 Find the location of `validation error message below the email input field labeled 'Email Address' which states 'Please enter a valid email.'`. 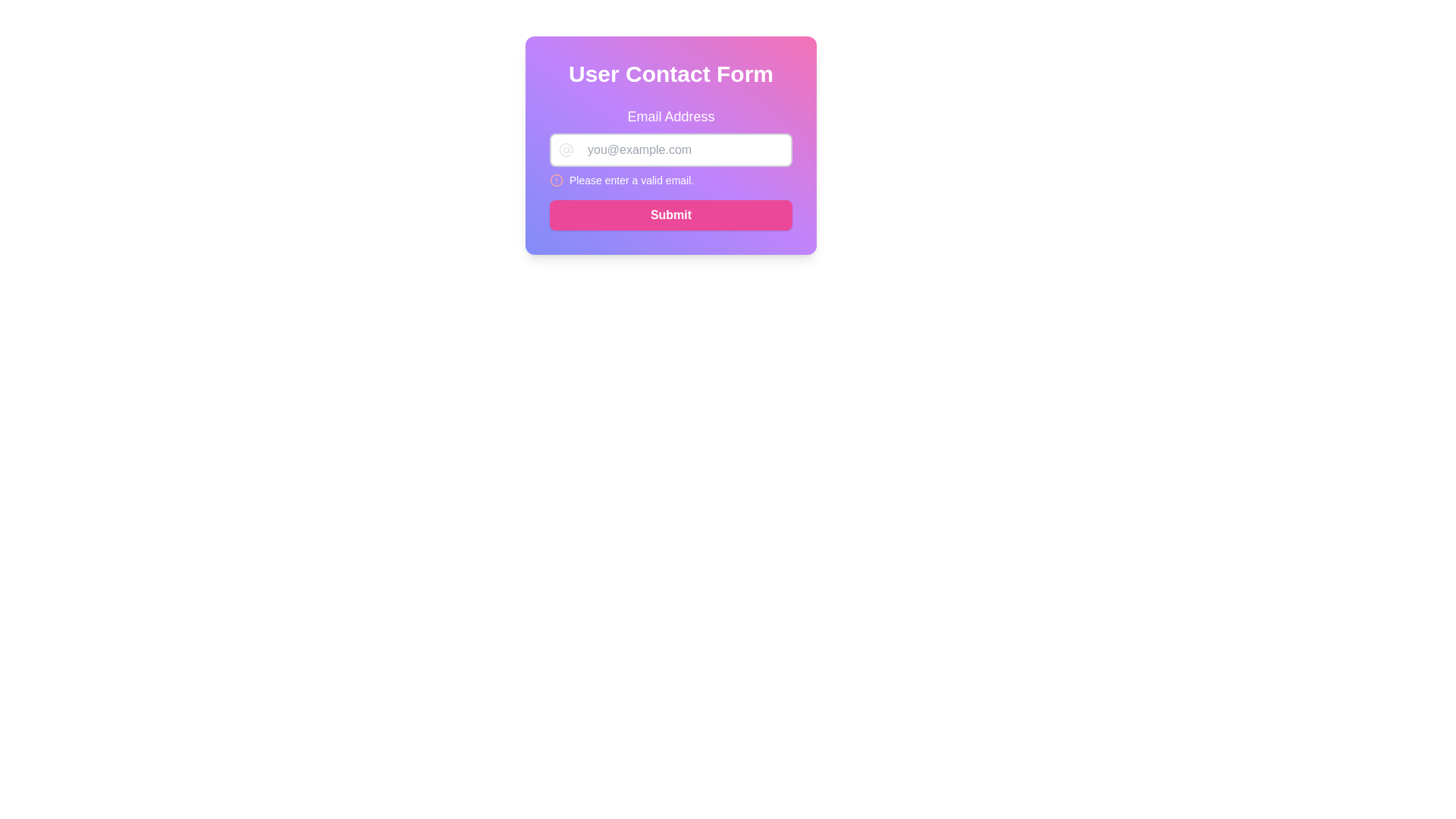

validation error message below the email input field labeled 'Email Address' which states 'Please enter a valid email.' is located at coordinates (670, 146).